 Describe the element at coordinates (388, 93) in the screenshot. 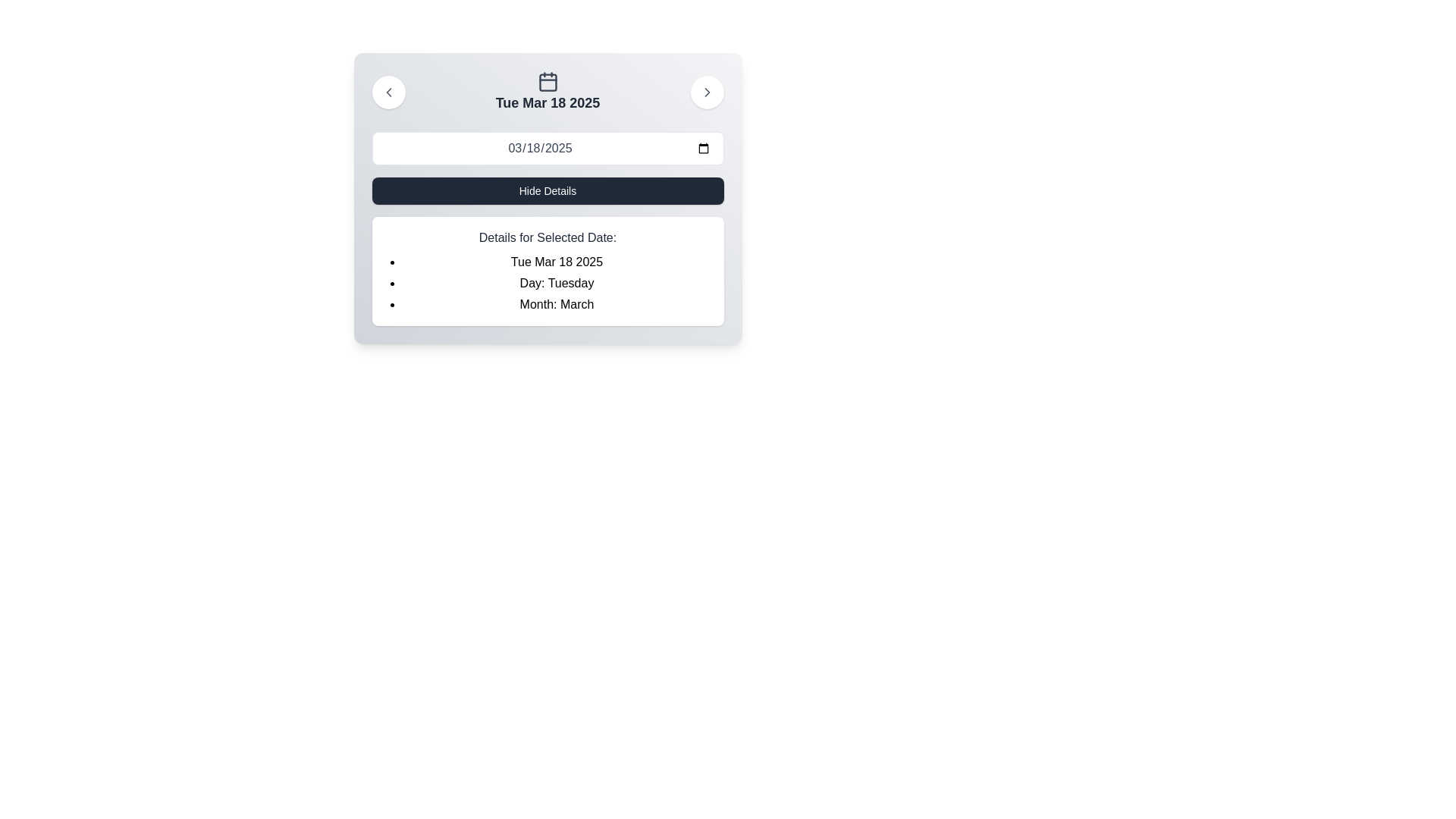

I see `the left-facing chevron icon button, which is prominently positioned in the top-left corner of the interface, to observe the styling changes` at that location.